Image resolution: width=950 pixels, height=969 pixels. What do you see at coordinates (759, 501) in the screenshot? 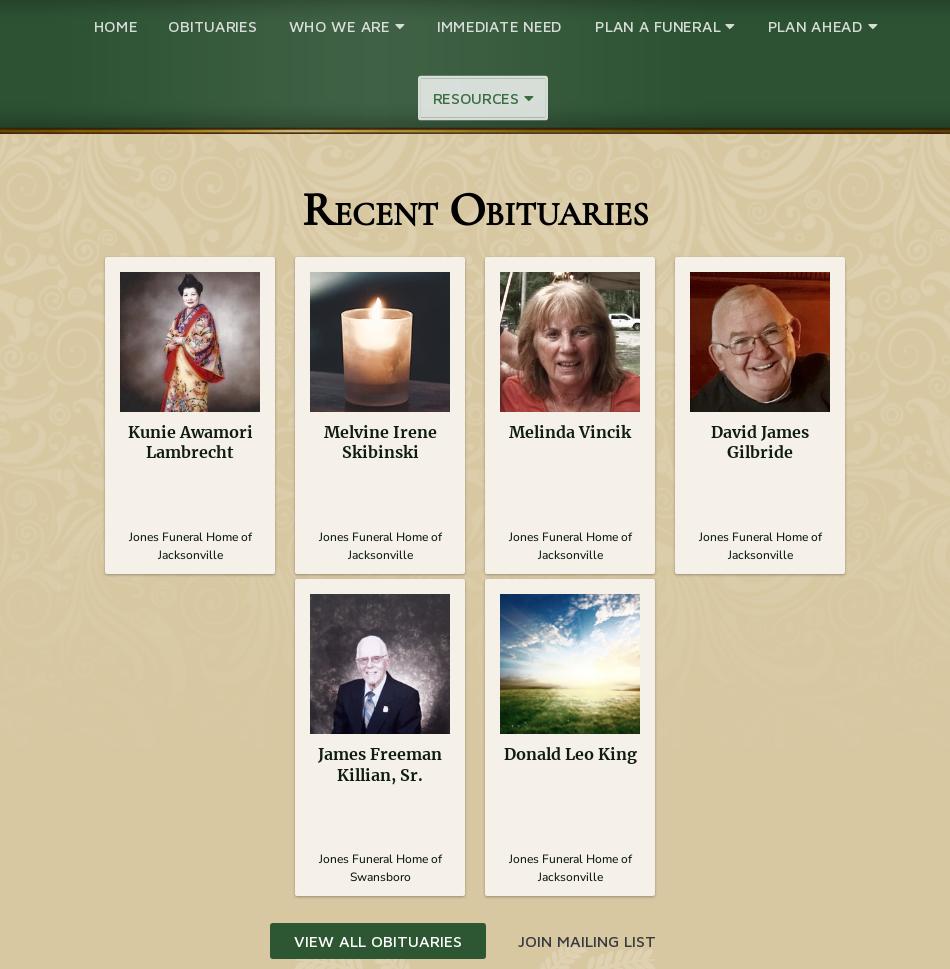
I see `'10/29/2023'` at bounding box center [759, 501].